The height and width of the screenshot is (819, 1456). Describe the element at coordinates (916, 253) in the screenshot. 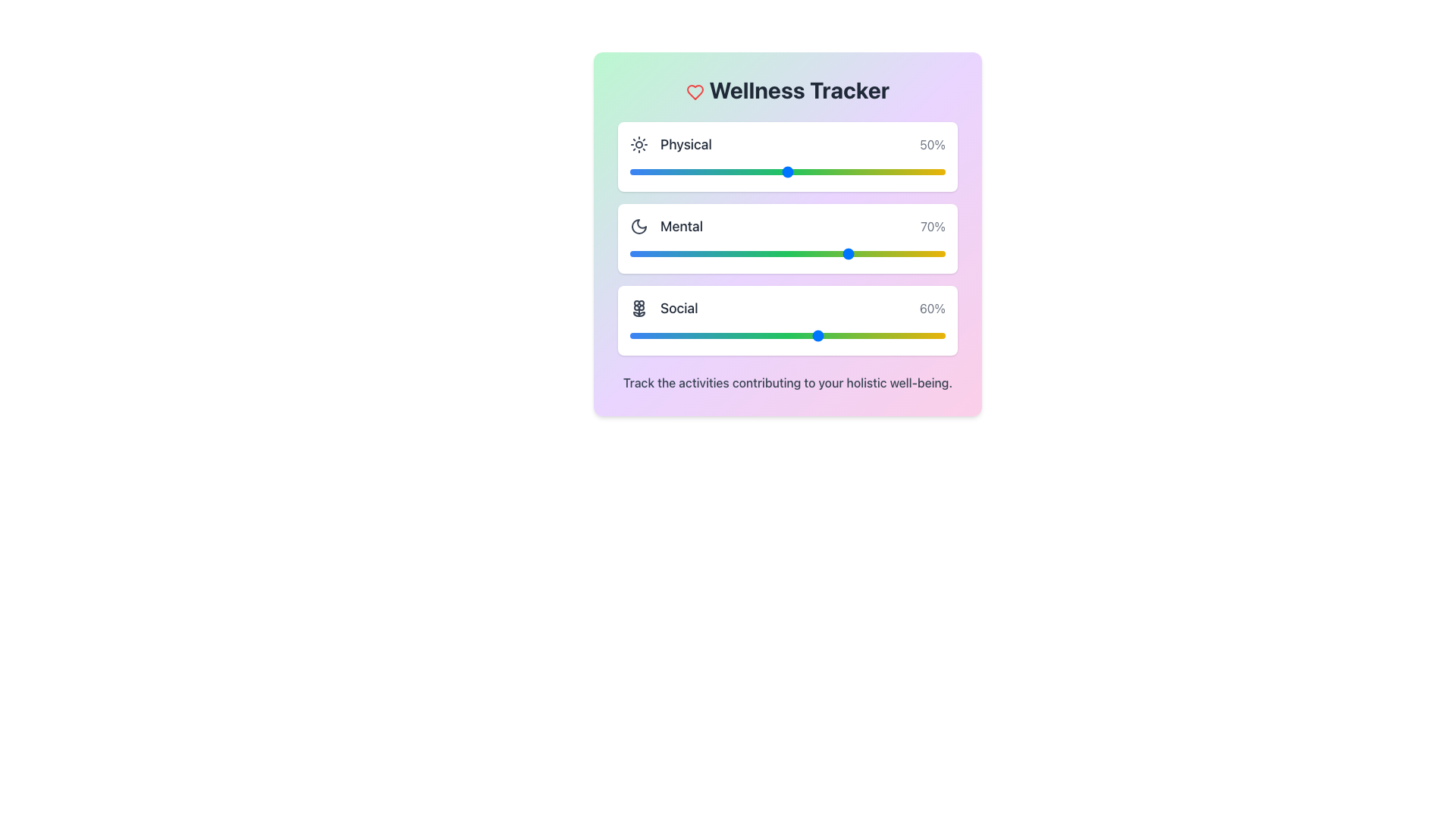

I see `the slider` at that location.